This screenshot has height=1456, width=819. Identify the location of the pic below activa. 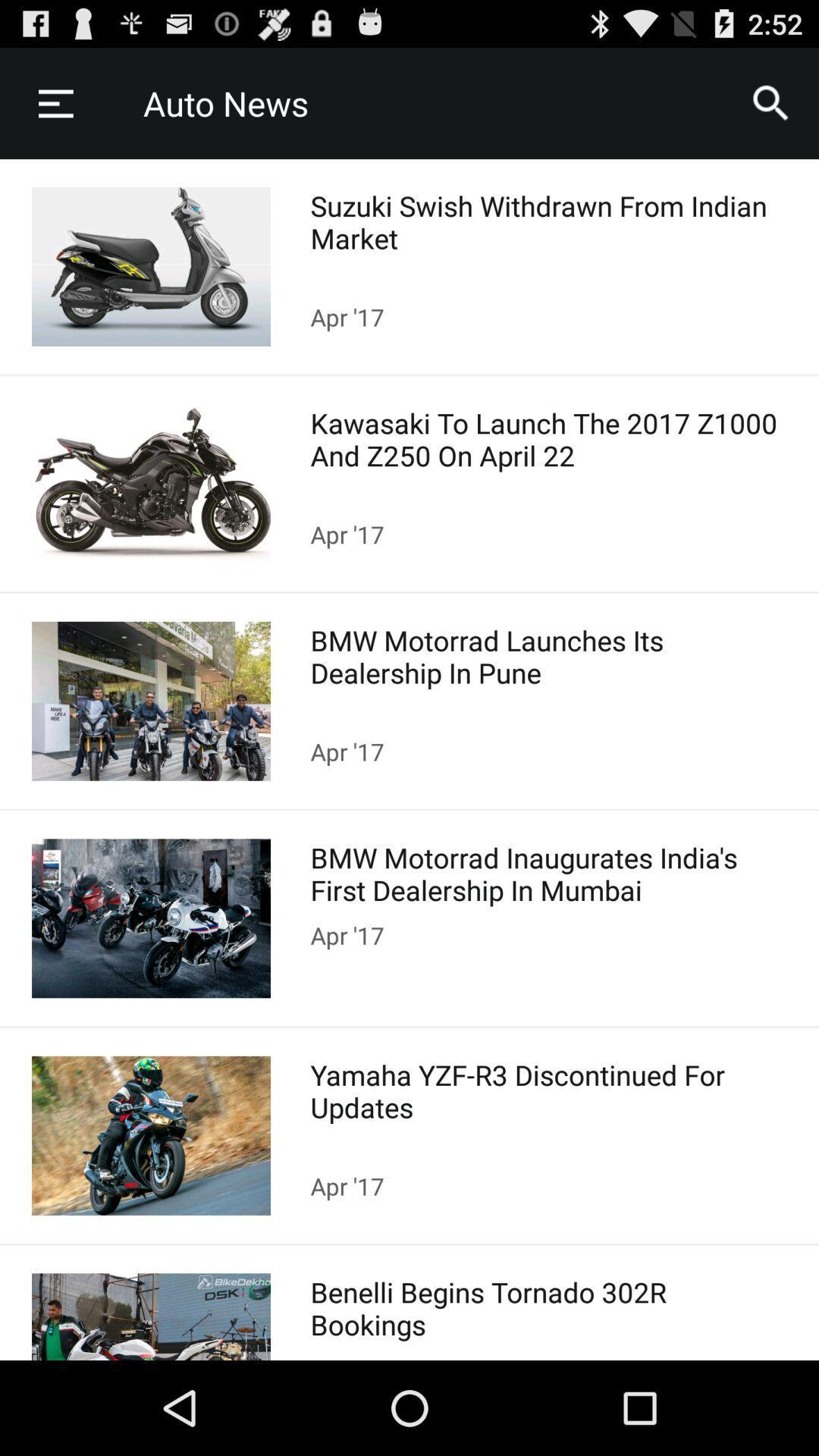
(151, 483).